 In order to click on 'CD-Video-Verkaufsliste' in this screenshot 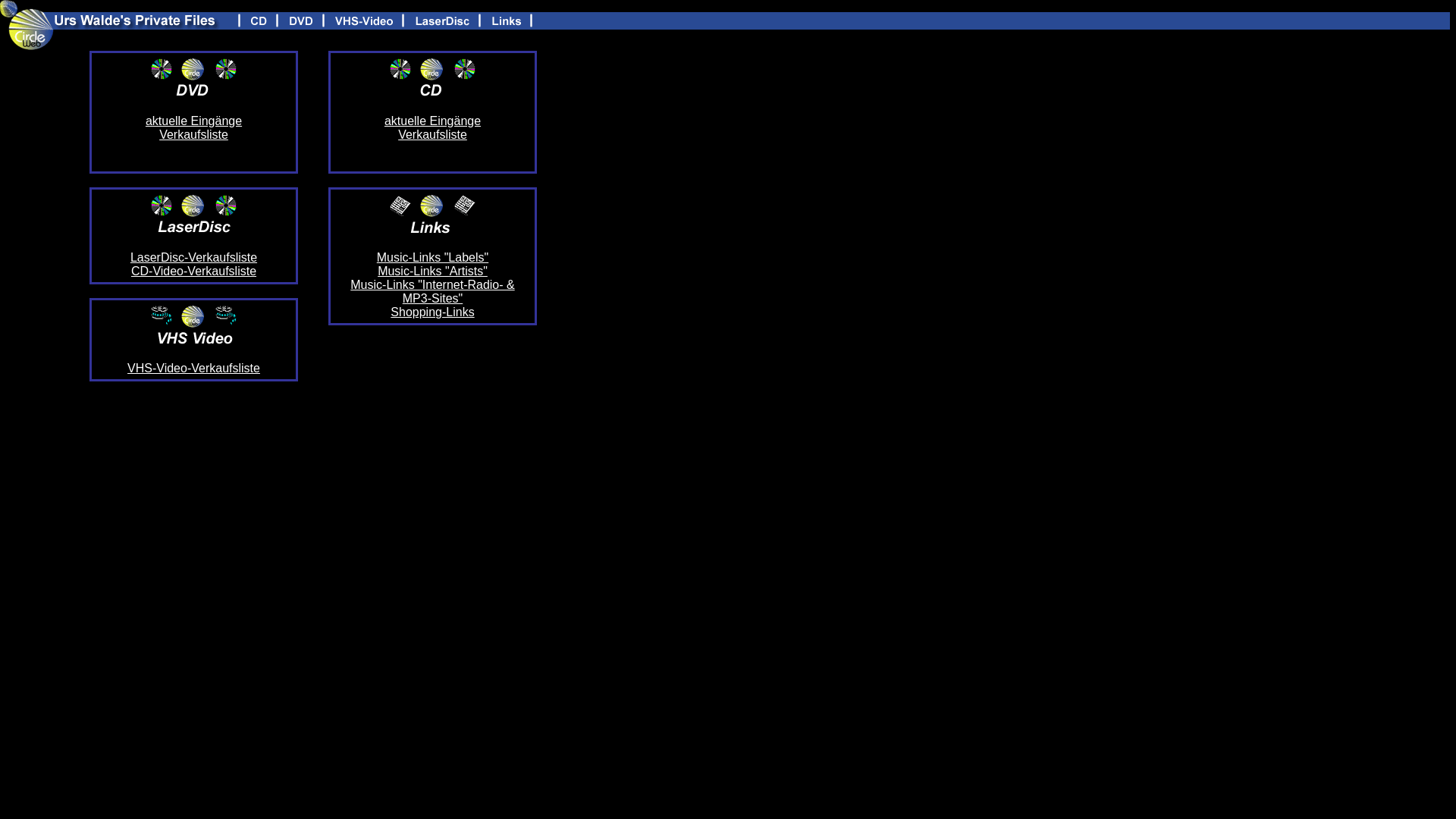, I will do `click(193, 270)`.